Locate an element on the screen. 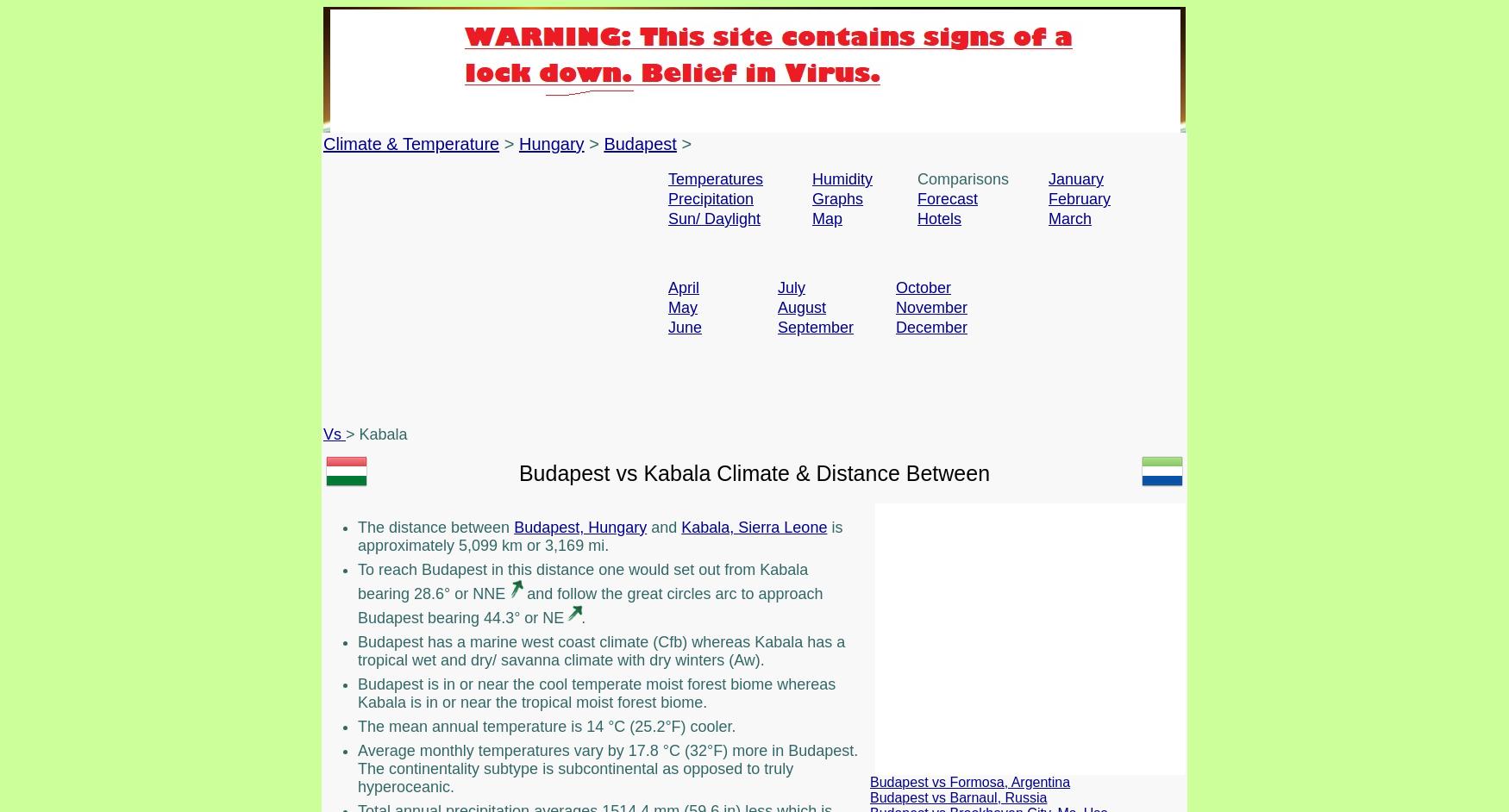  'Budapest vs Barnaul, Russia' is located at coordinates (958, 796).